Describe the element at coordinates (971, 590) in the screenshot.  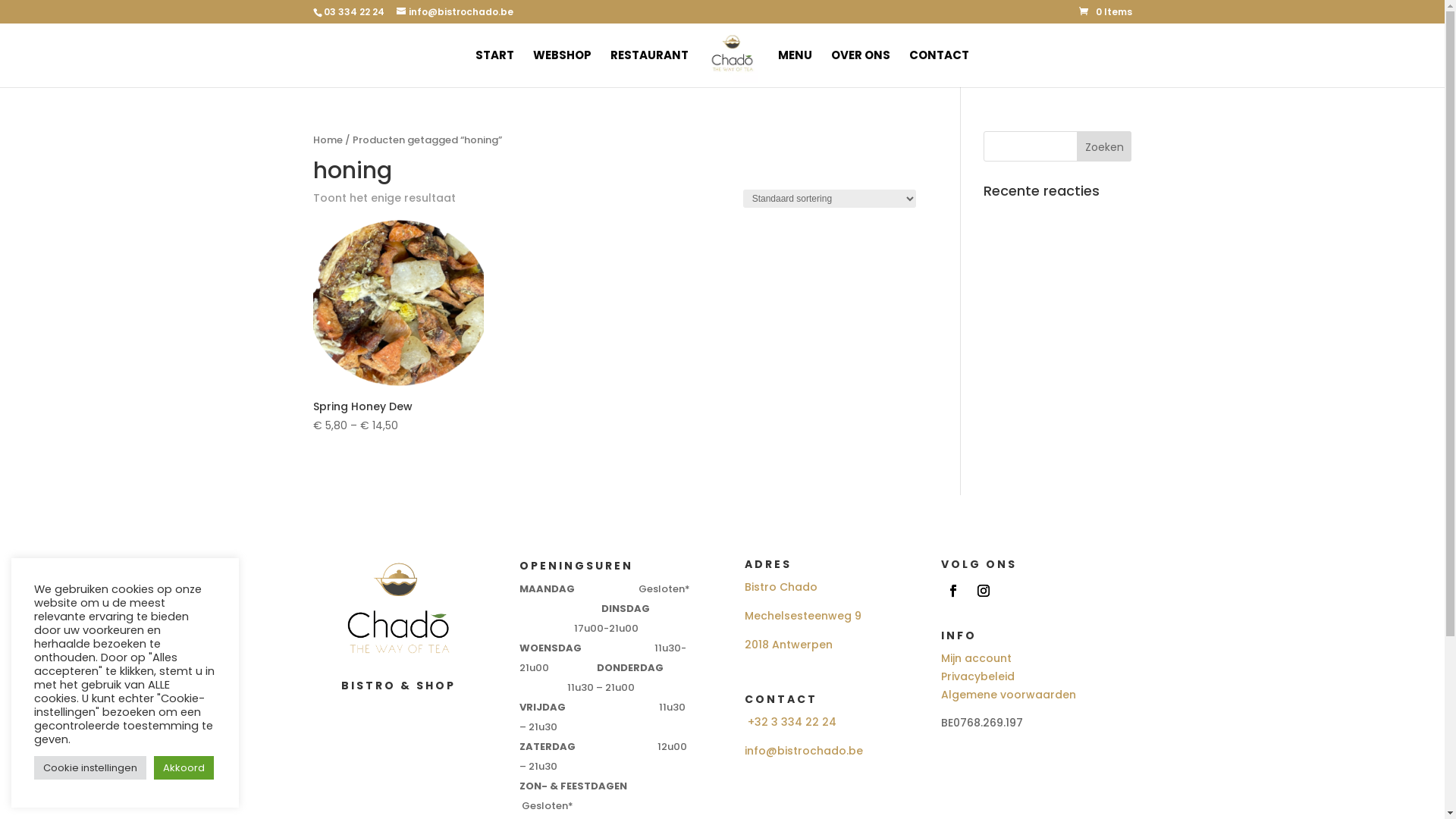
I see `'Follow on Instagram'` at that location.